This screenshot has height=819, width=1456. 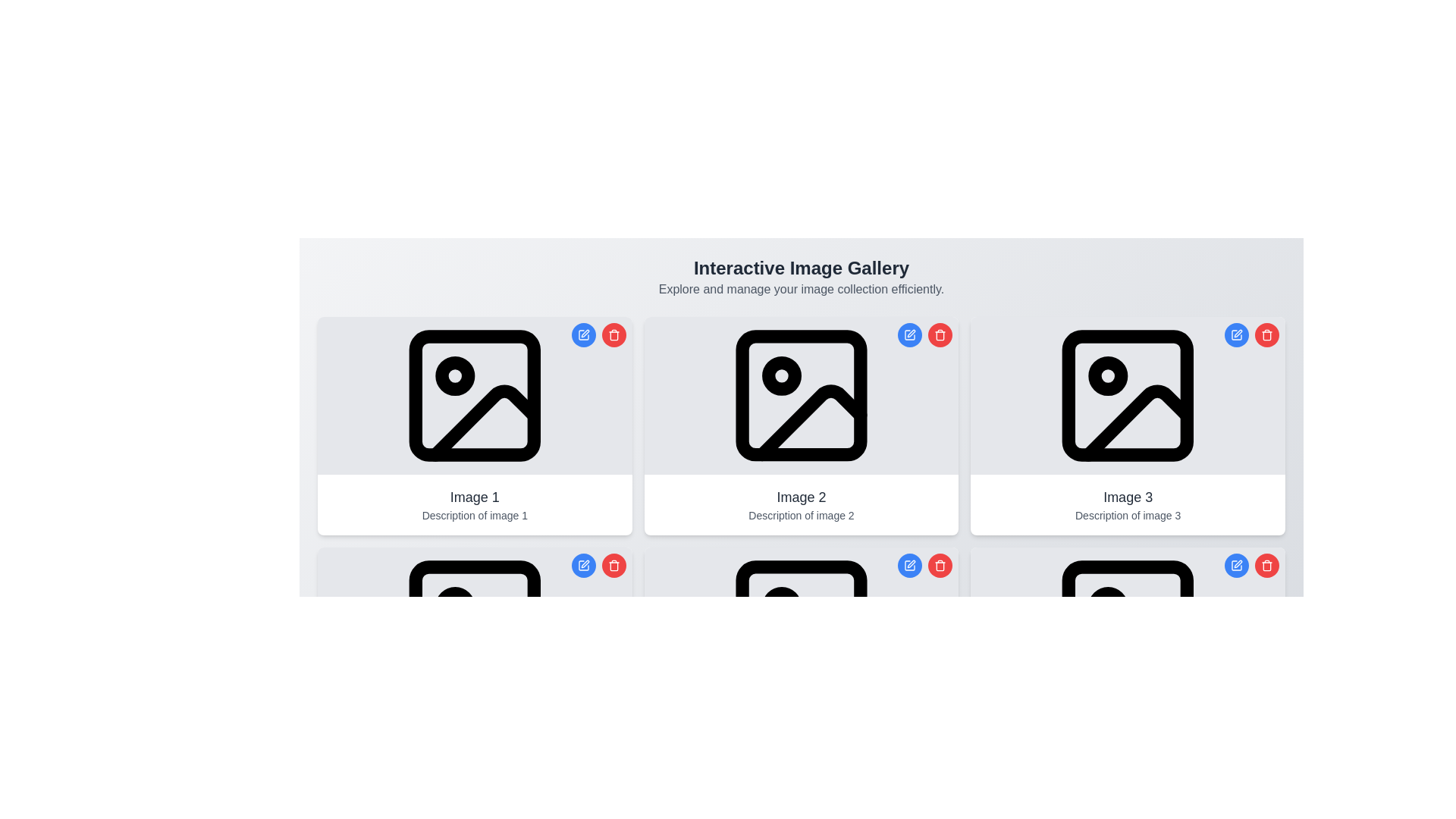 I want to click on the Text Label that displays the title or identifier of the associated image, located within a card layout under the image and above descriptive text, so click(x=800, y=497).